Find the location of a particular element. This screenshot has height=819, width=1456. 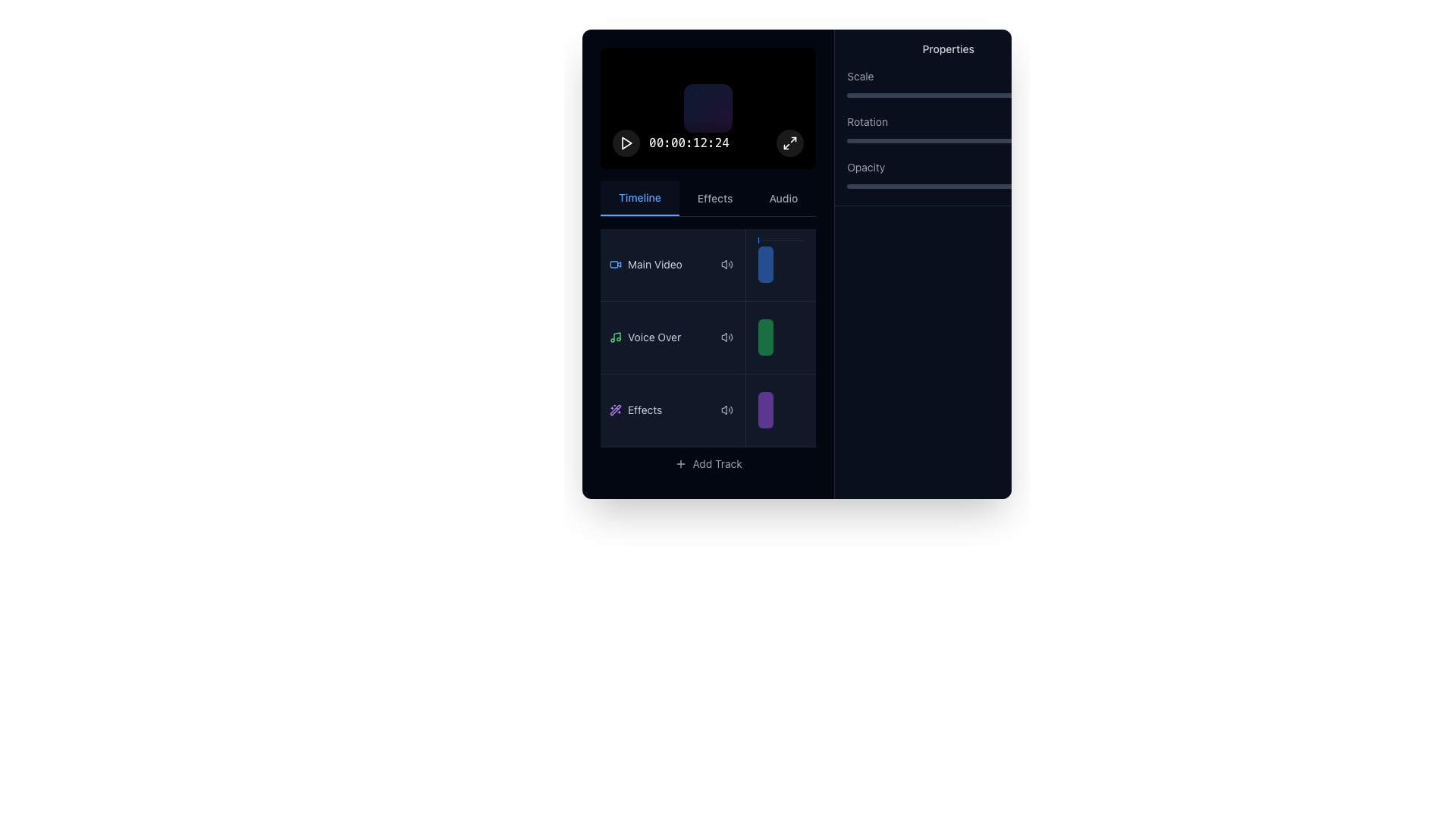

the sliders in the Composite component for Scale, Rotation, and Opacity located in the Properties section of the right-hand panel is located at coordinates (946, 130).